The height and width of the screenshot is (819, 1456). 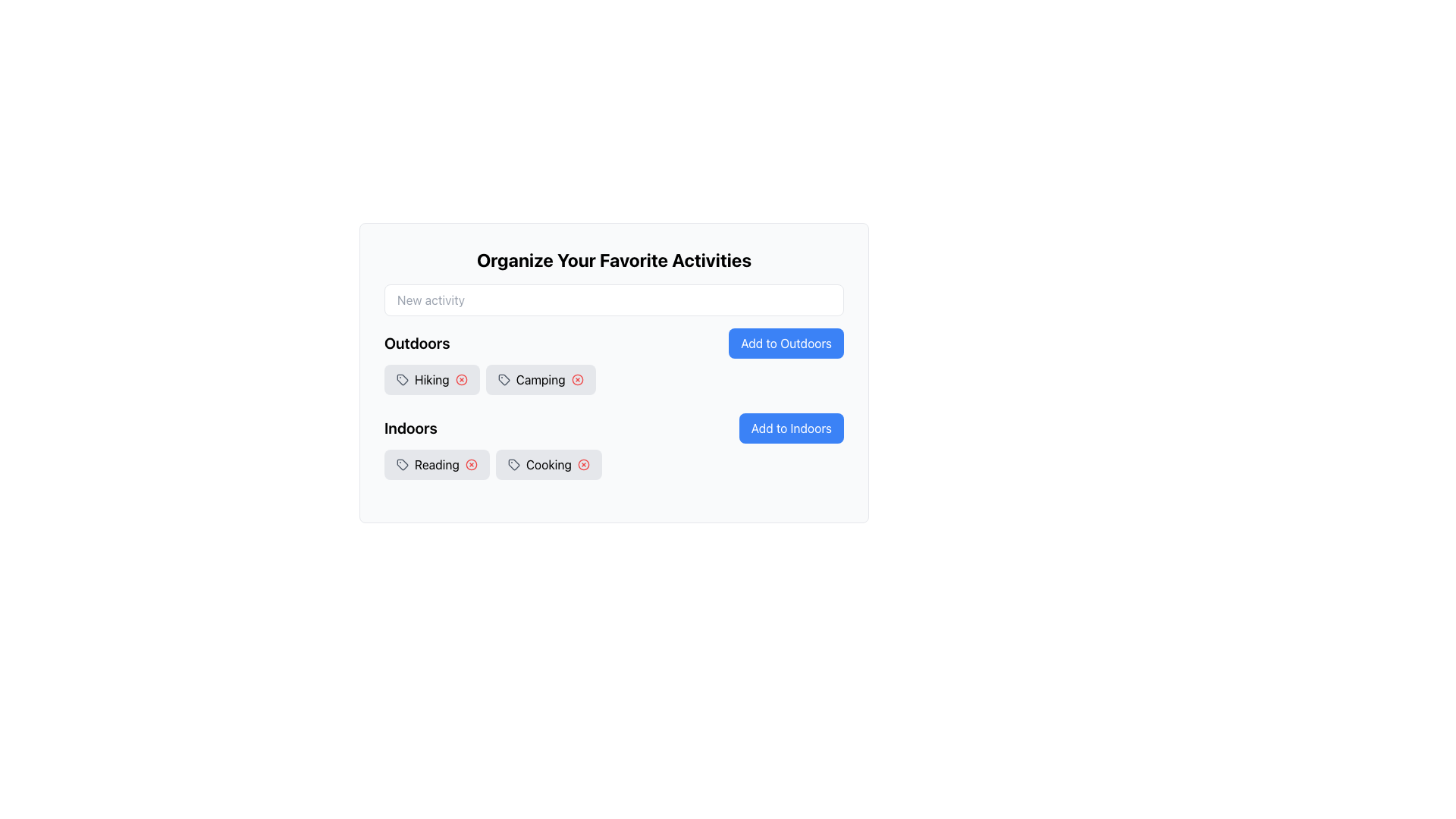 I want to click on the circular indicator element associated with the 'Hiking' tag, located adjacent to the 'Hiking' tag in the 'Outdoors' category, so click(x=460, y=379).